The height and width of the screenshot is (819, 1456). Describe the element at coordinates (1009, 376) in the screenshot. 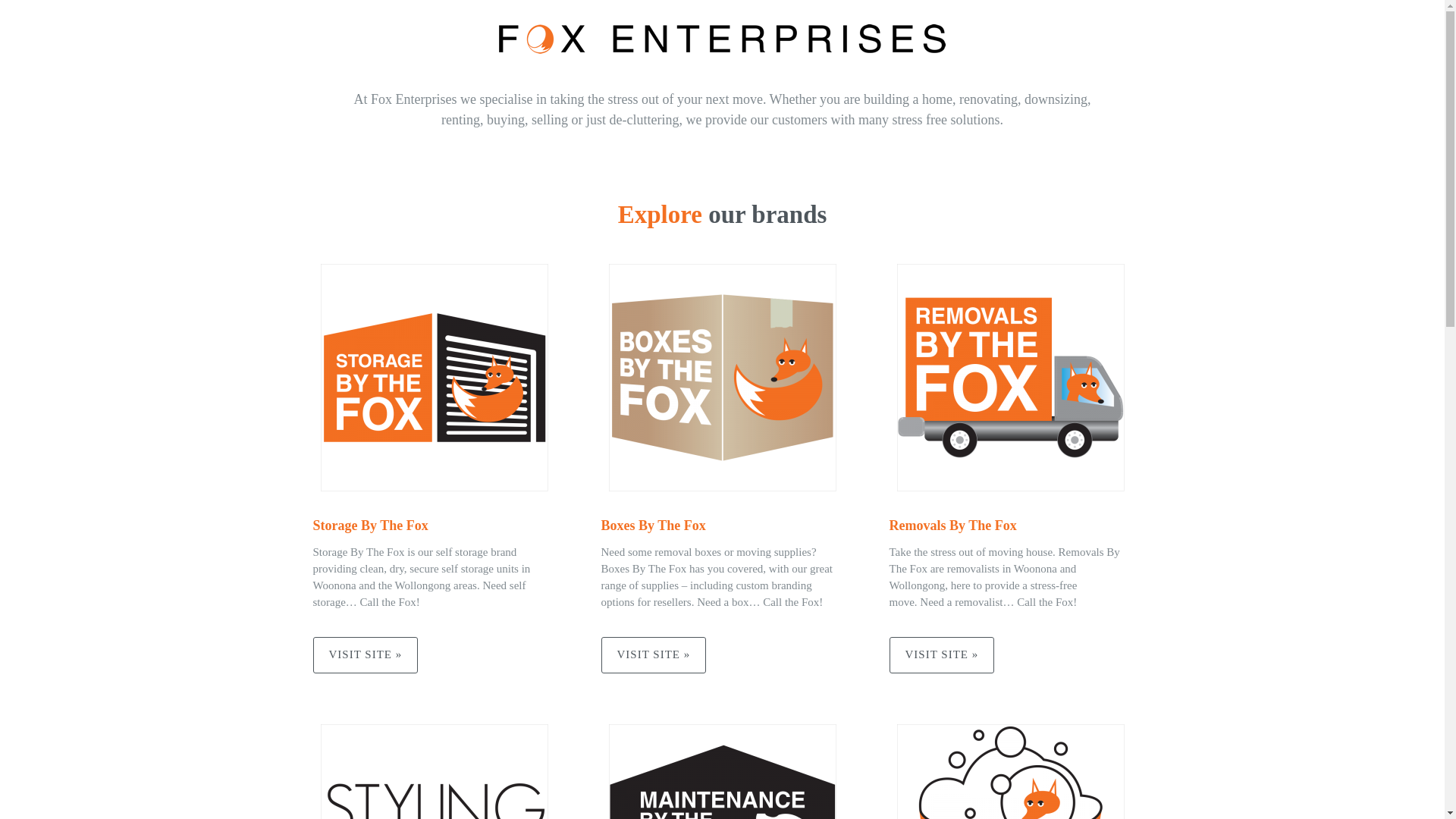

I see `'logo_removalsbythefox'` at that location.